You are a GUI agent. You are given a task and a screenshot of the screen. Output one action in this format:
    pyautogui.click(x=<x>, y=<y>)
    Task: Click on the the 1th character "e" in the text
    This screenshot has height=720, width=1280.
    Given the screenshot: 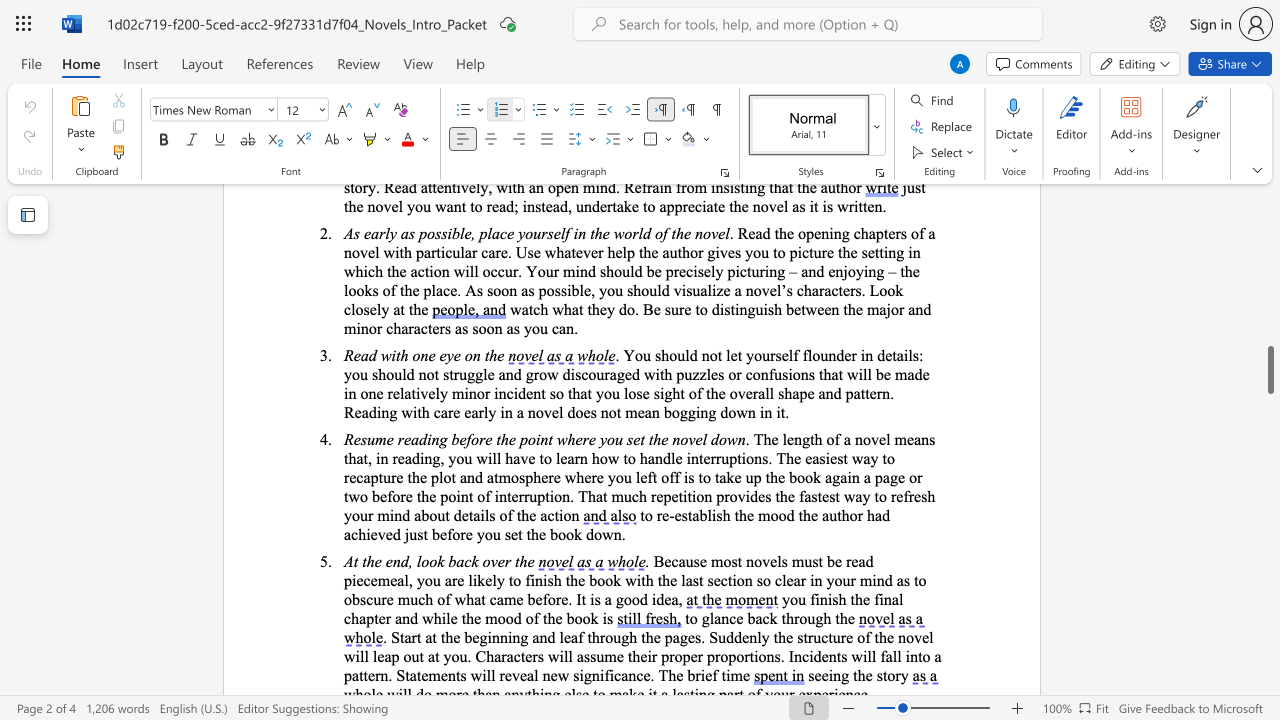 What is the action you would take?
    pyautogui.click(x=866, y=598)
    